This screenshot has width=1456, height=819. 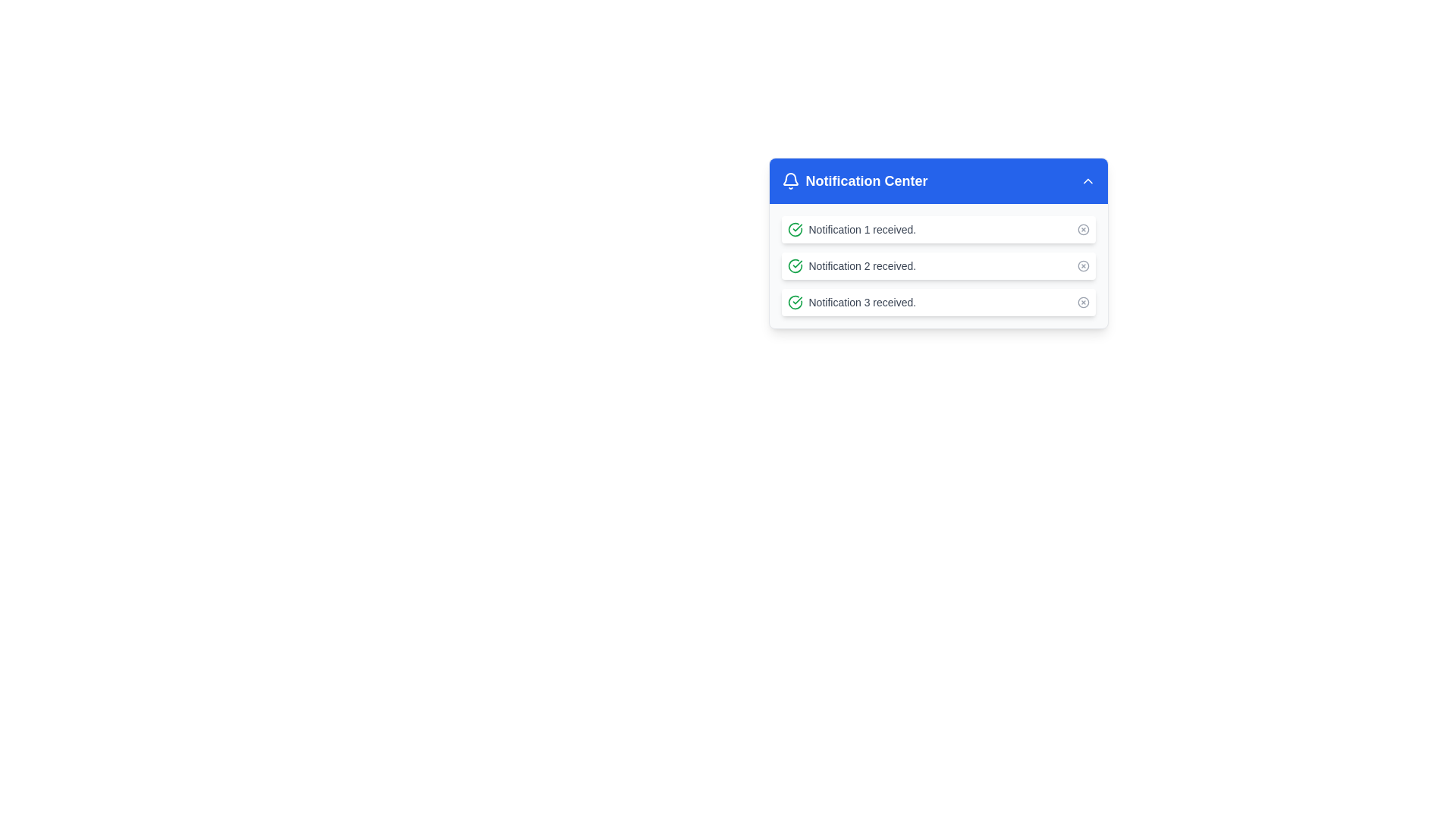 What do you see at coordinates (852, 265) in the screenshot?
I see `the Notification Item displaying 'Notification 2 received.' in the Notification Center to associate the visual indication (check mark) with the message` at bounding box center [852, 265].